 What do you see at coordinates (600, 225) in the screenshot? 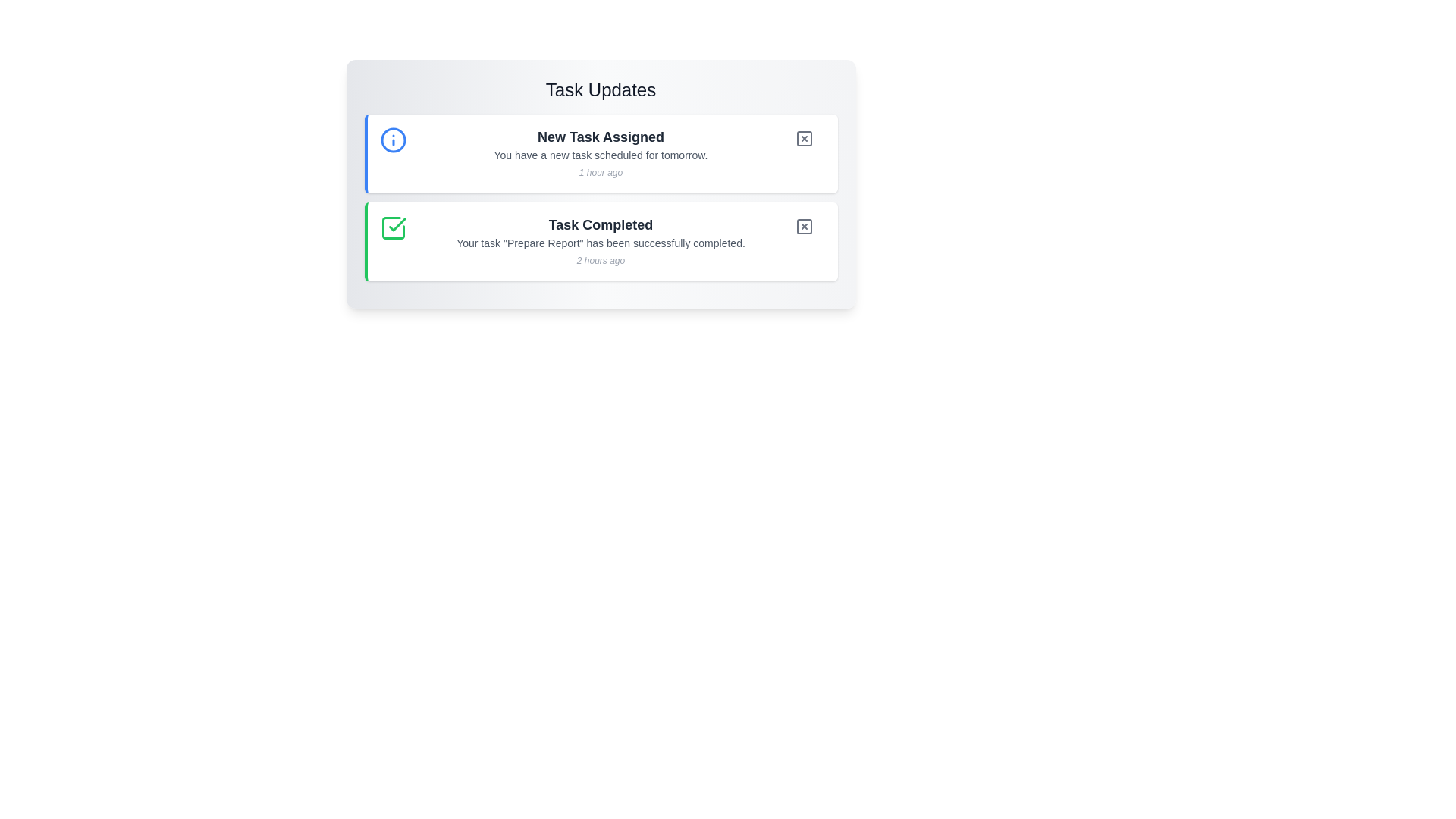
I see `the 'Task Completed' static text label, which is prominently styled as the header for its section in dark gray font` at bounding box center [600, 225].